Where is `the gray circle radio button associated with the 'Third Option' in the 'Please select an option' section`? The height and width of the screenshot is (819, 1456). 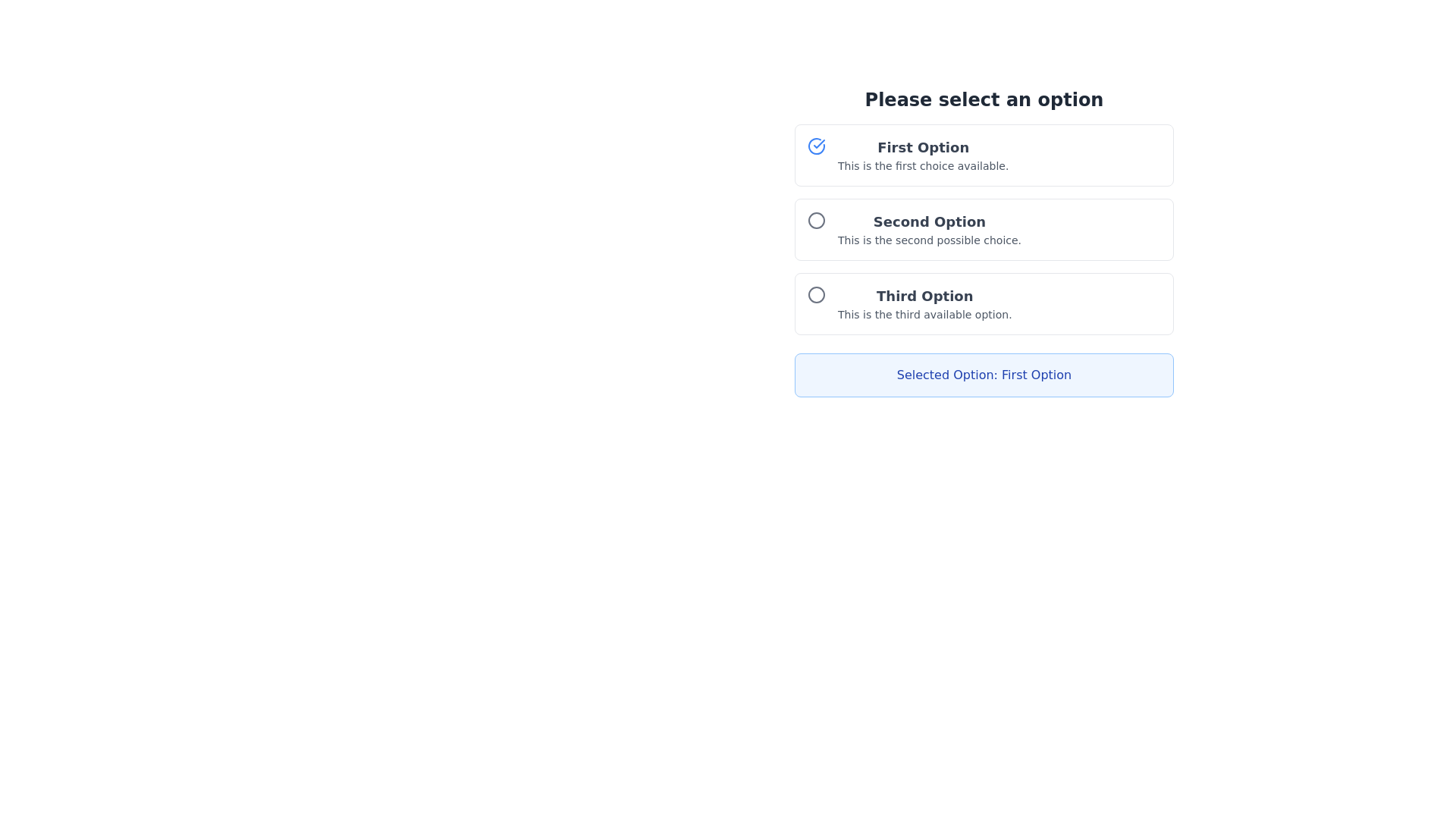
the gray circle radio button associated with the 'Third Option' in the 'Please select an option' section is located at coordinates (815, 295).